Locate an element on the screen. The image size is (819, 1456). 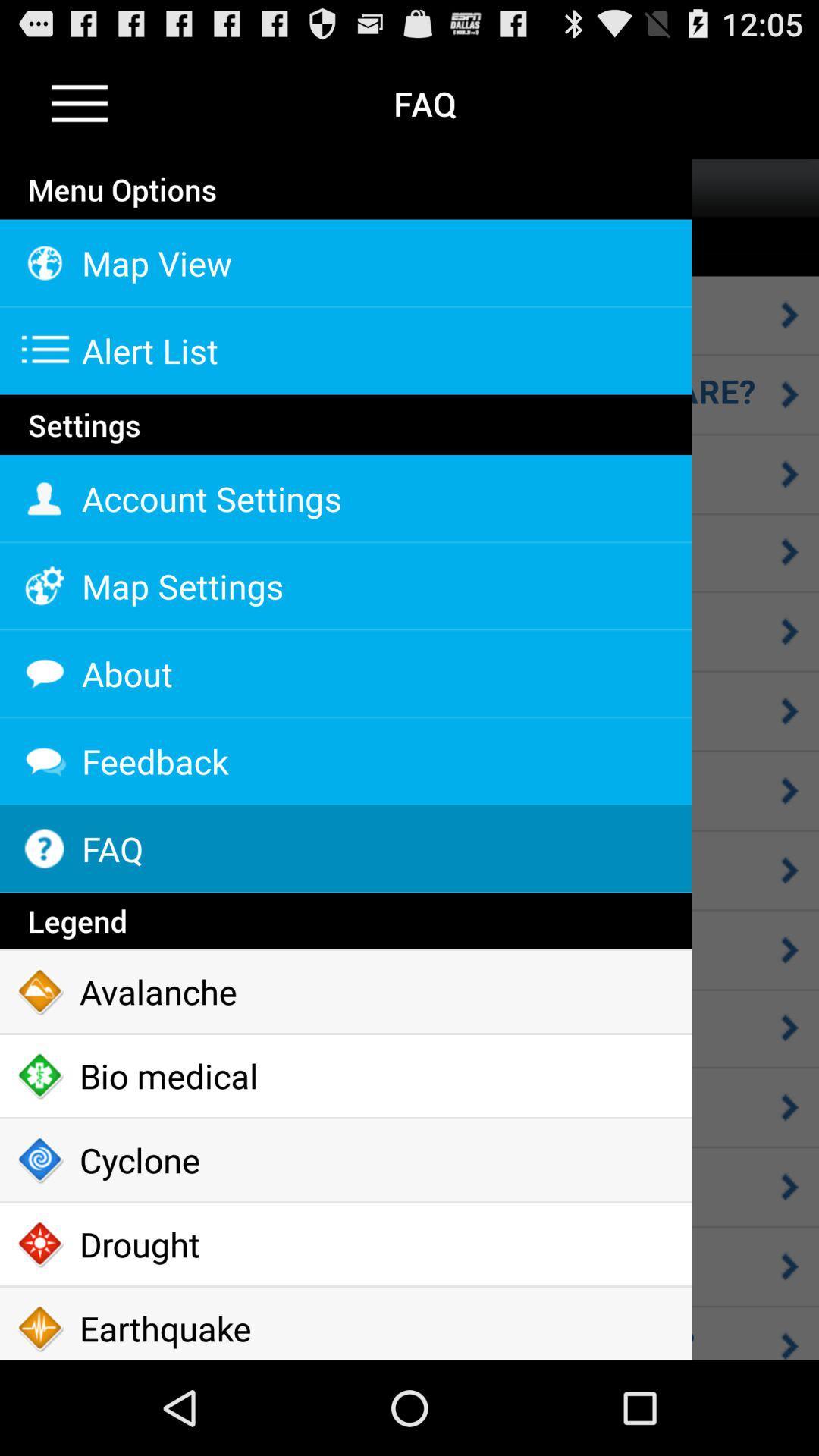
map settings is located at coordinates (345, 585).